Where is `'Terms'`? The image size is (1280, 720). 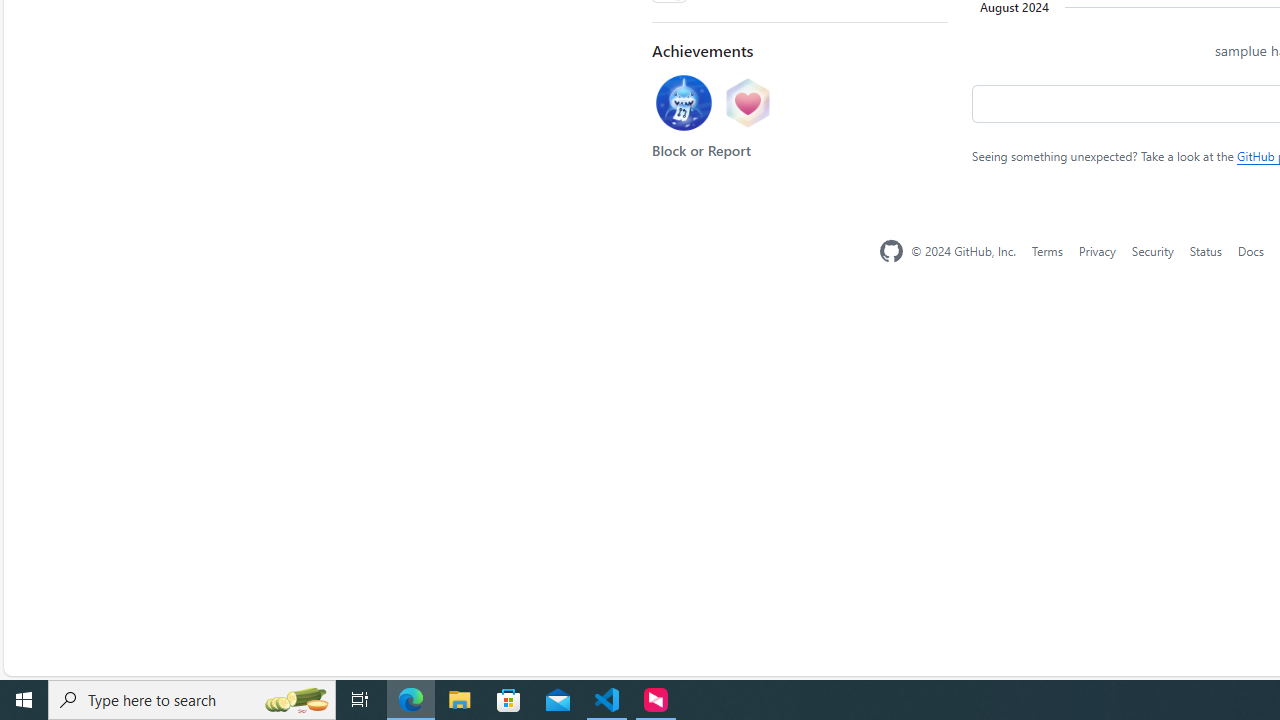
'Terms' is located at coordinates (1045, 250).